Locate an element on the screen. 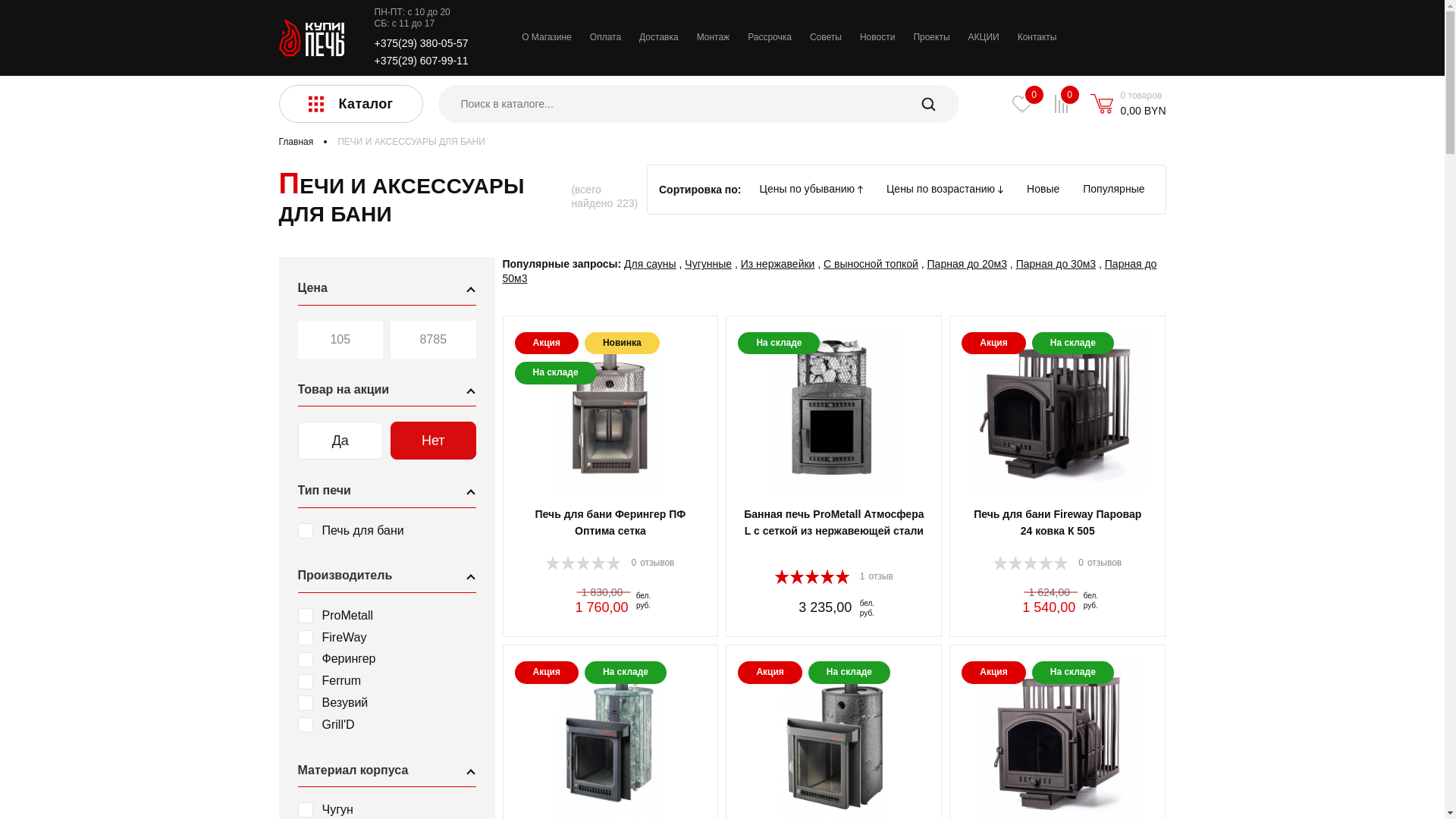 Image resolution: width=1456 pixels, height=819 pixels. '+375(29) 380-05-57' is located at coordinates (422, 42).